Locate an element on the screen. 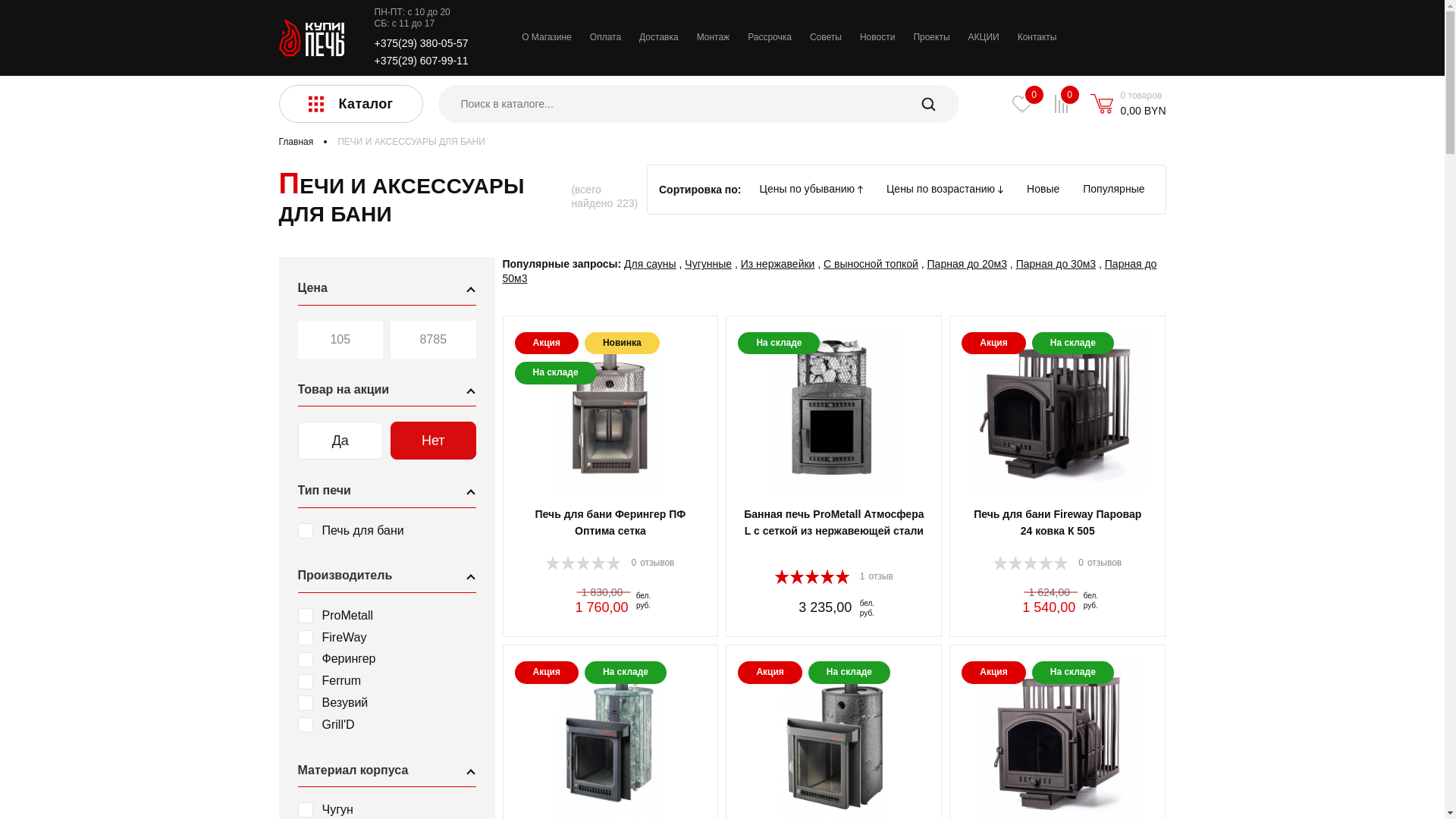 Image resolution: width=1456 pixels, height=819 pixels. '+375(29) 380-05-57' is located at coordinates (422, 42).